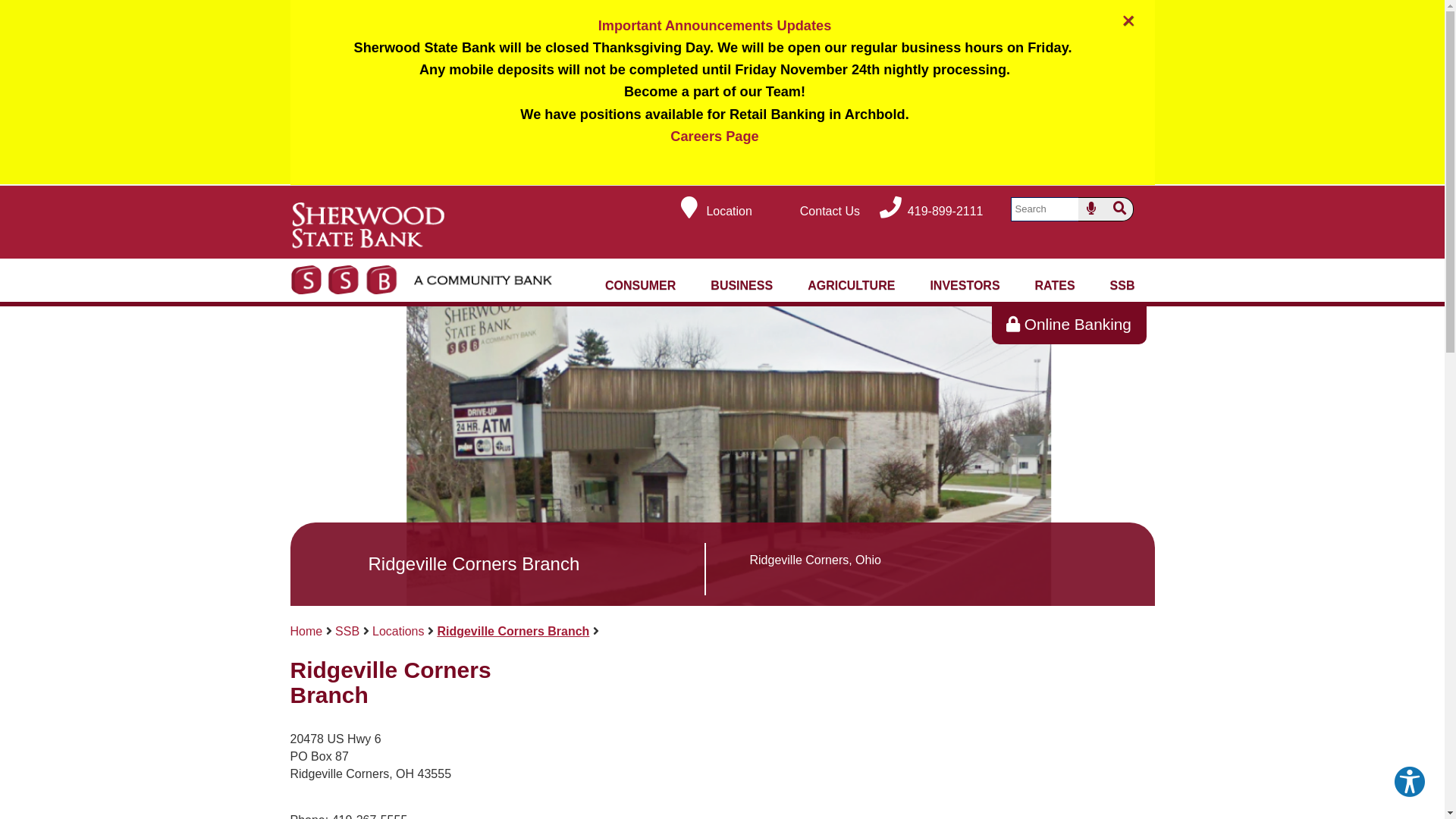 This screenshot has height=819, width=1456. I want to click on 'Locations', so click(398, 631).